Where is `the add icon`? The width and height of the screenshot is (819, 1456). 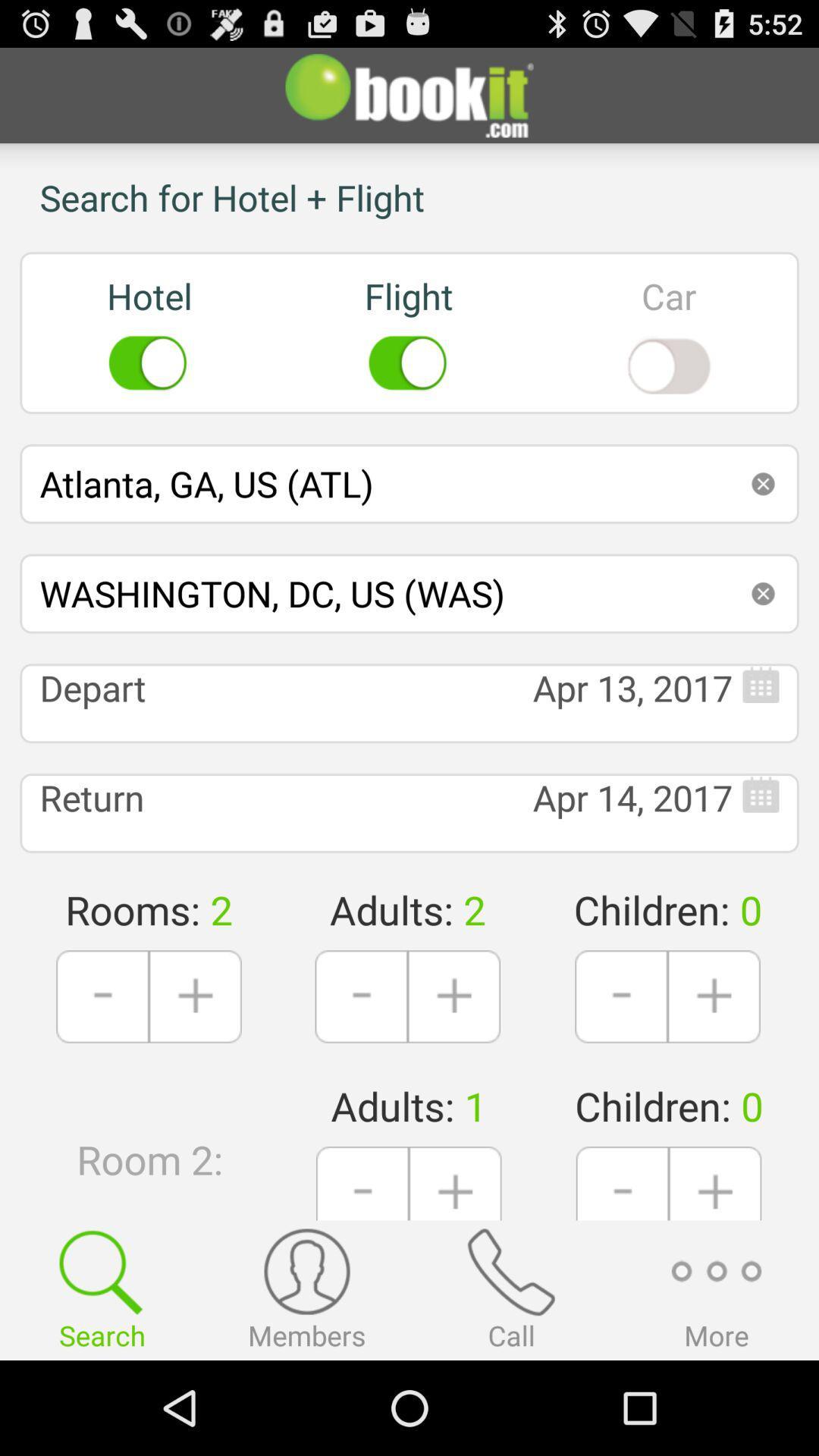 the add icon is located at coordinates (194, 1065).